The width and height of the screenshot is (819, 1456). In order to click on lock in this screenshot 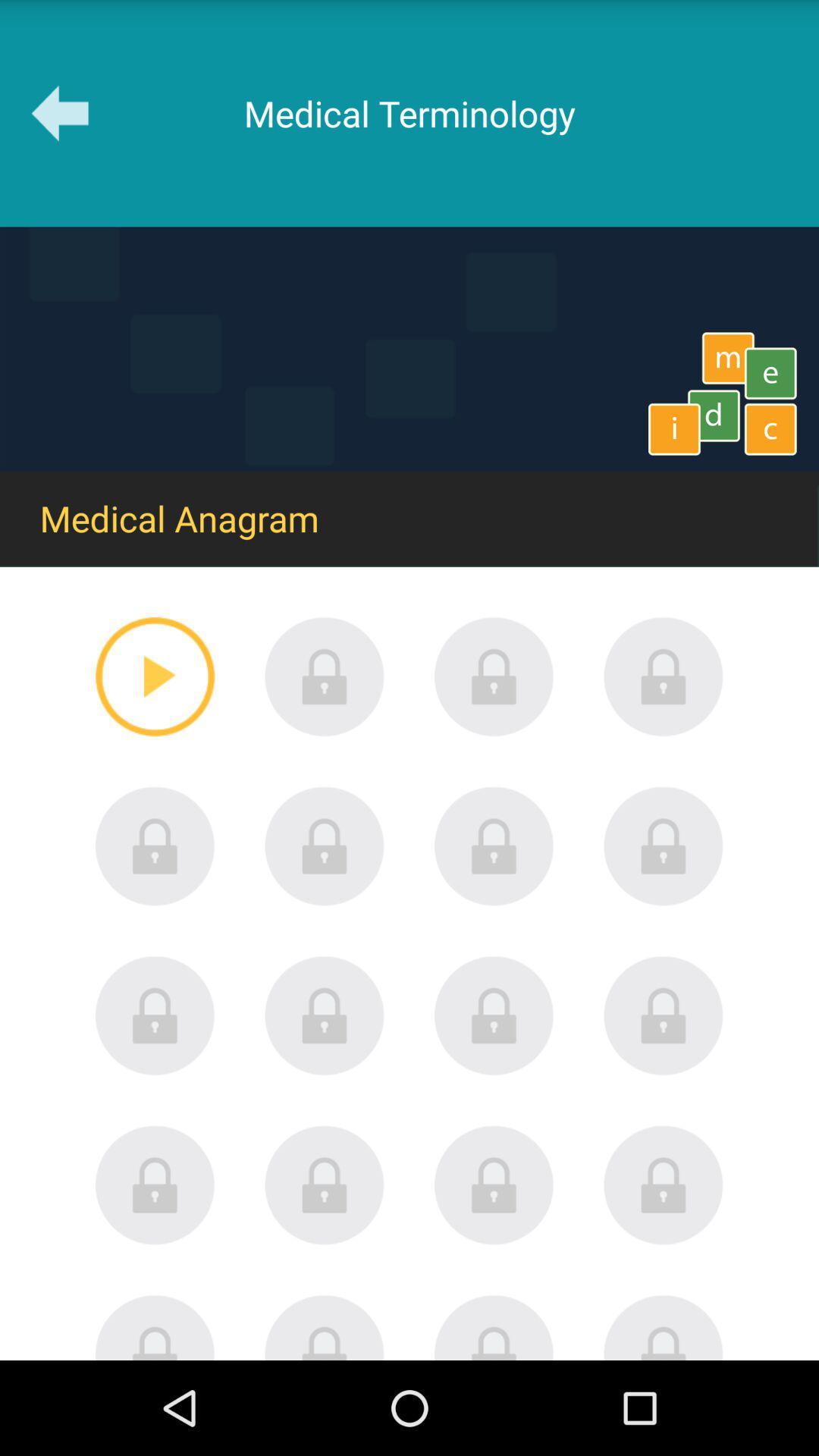, I will do `click(324, 1185)`.